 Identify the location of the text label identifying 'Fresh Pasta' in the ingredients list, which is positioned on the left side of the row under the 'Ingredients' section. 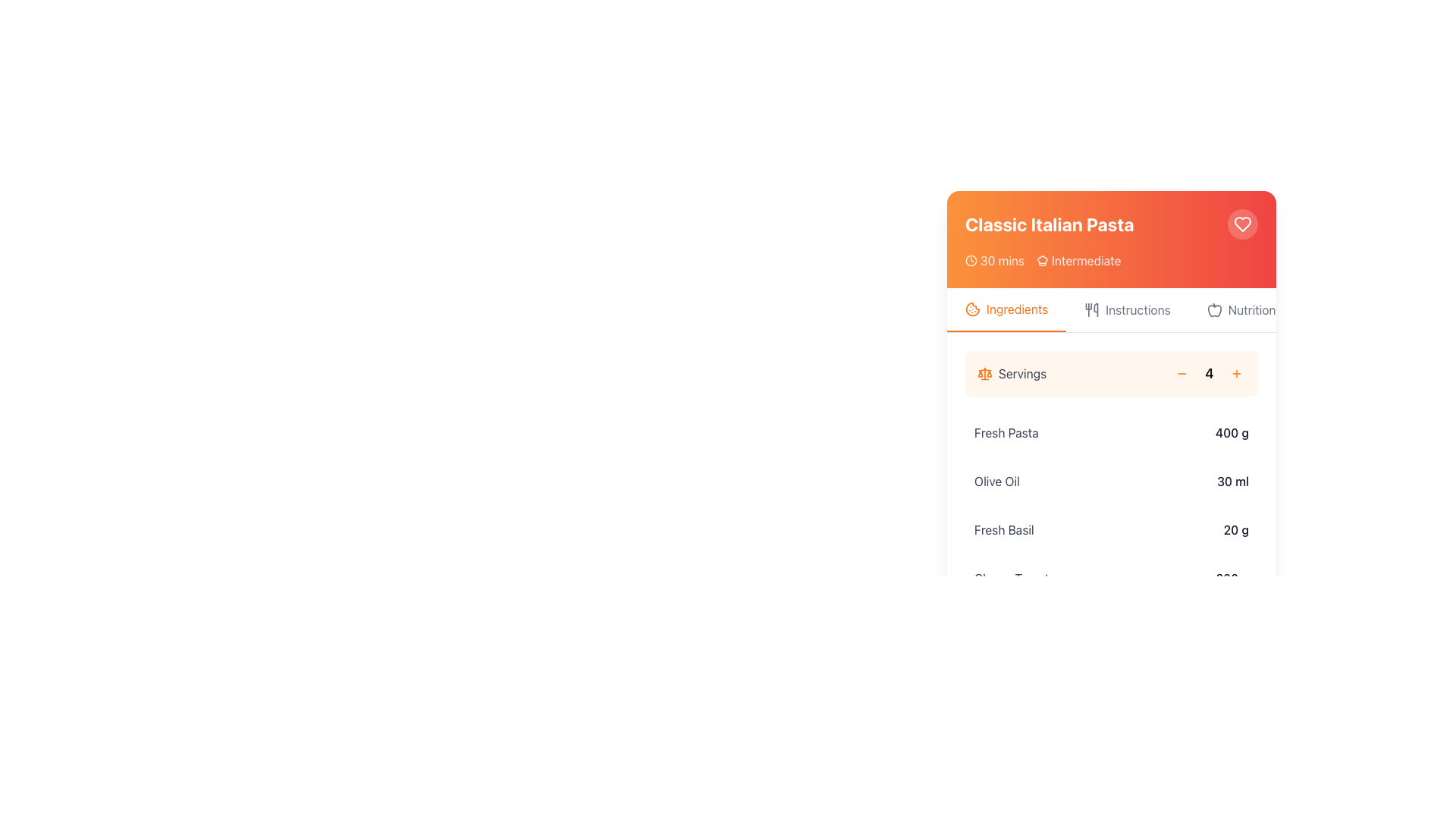
(1006, 432).